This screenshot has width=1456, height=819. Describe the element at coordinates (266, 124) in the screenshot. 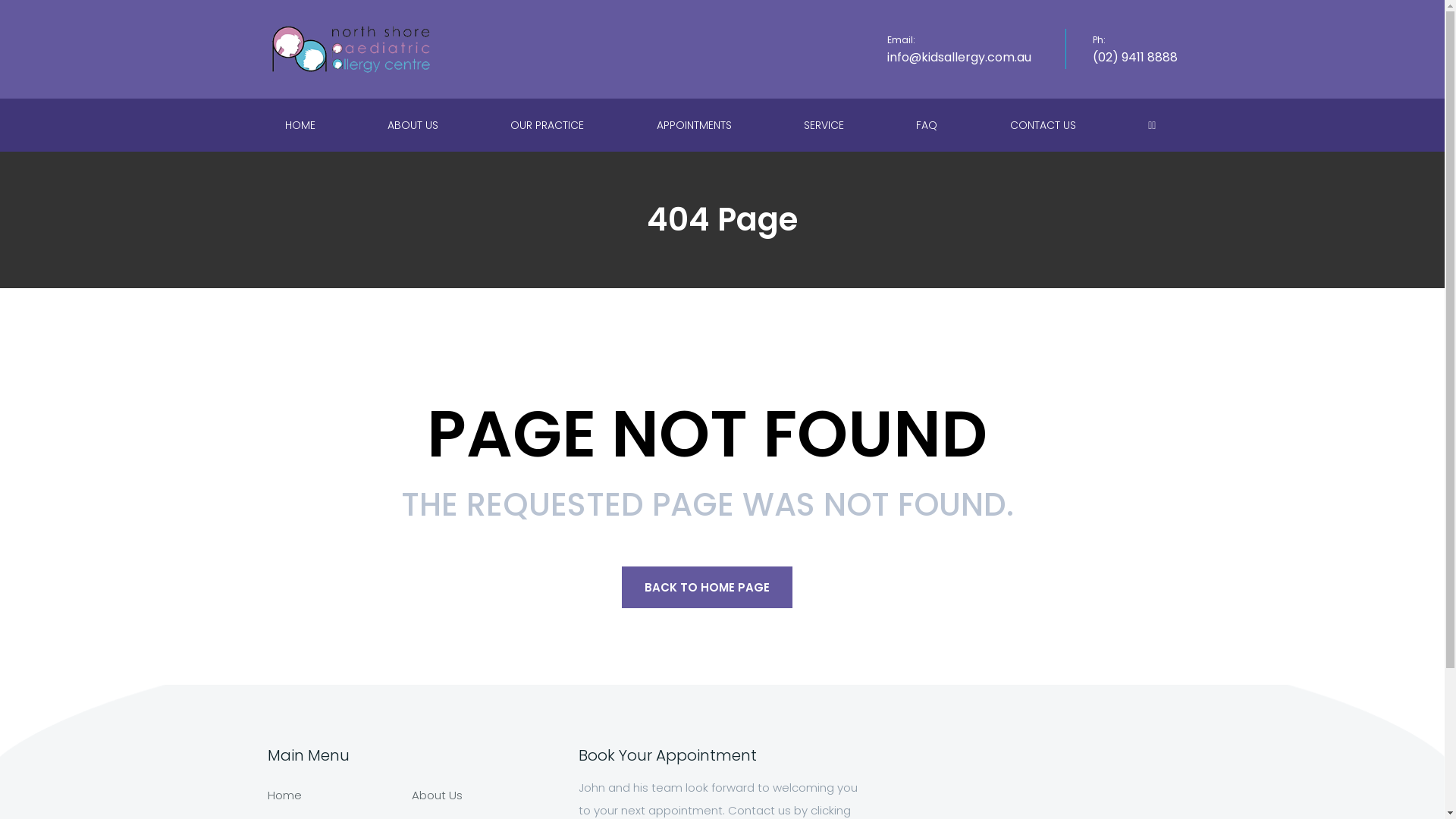

I see `'HOME'` at that location.